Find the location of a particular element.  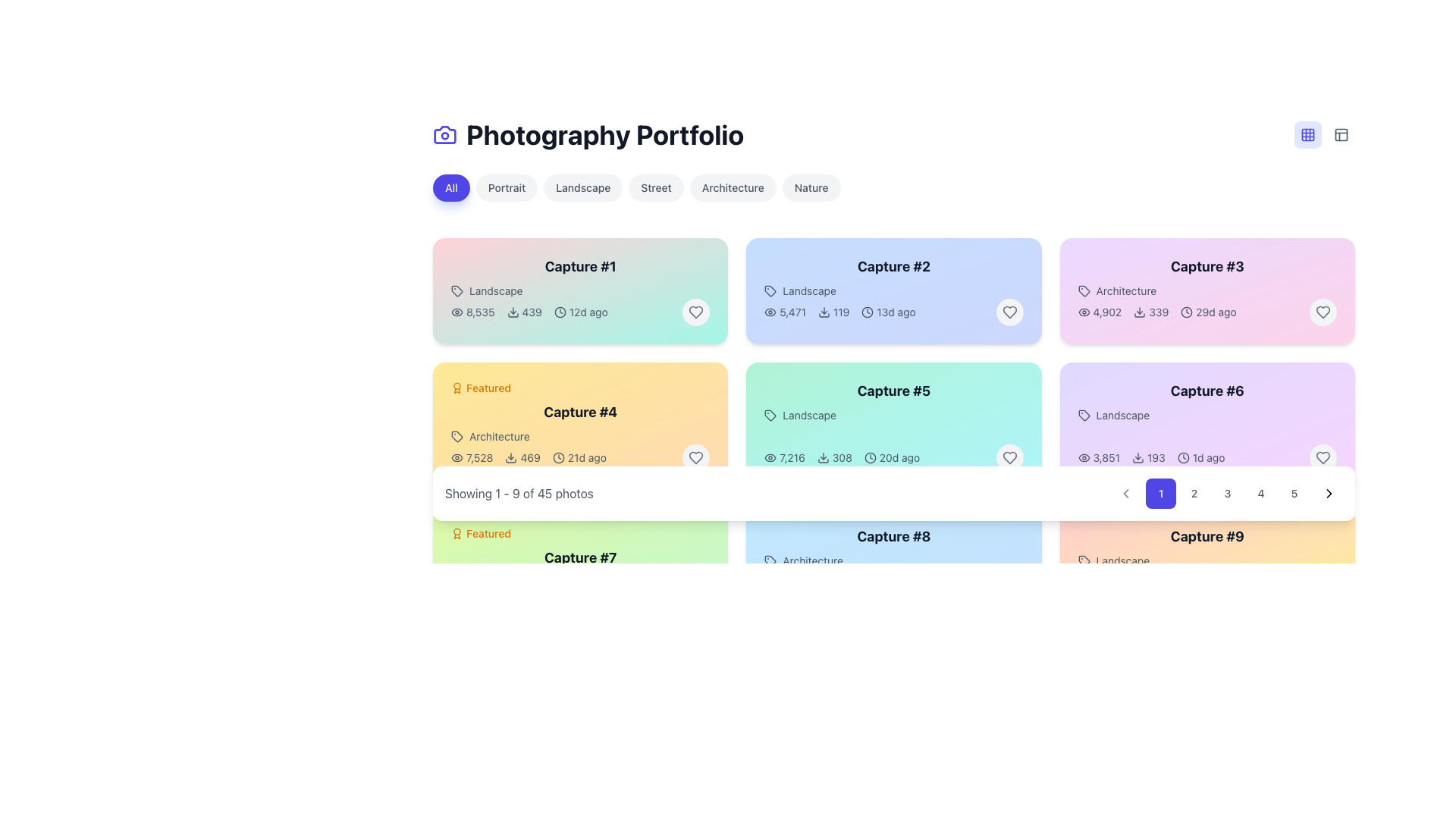

text of the 'Capture #3' label, which is styled in bold and located in the top-right card of a 3x3 grid layout is located at coordinates (1207, 265).